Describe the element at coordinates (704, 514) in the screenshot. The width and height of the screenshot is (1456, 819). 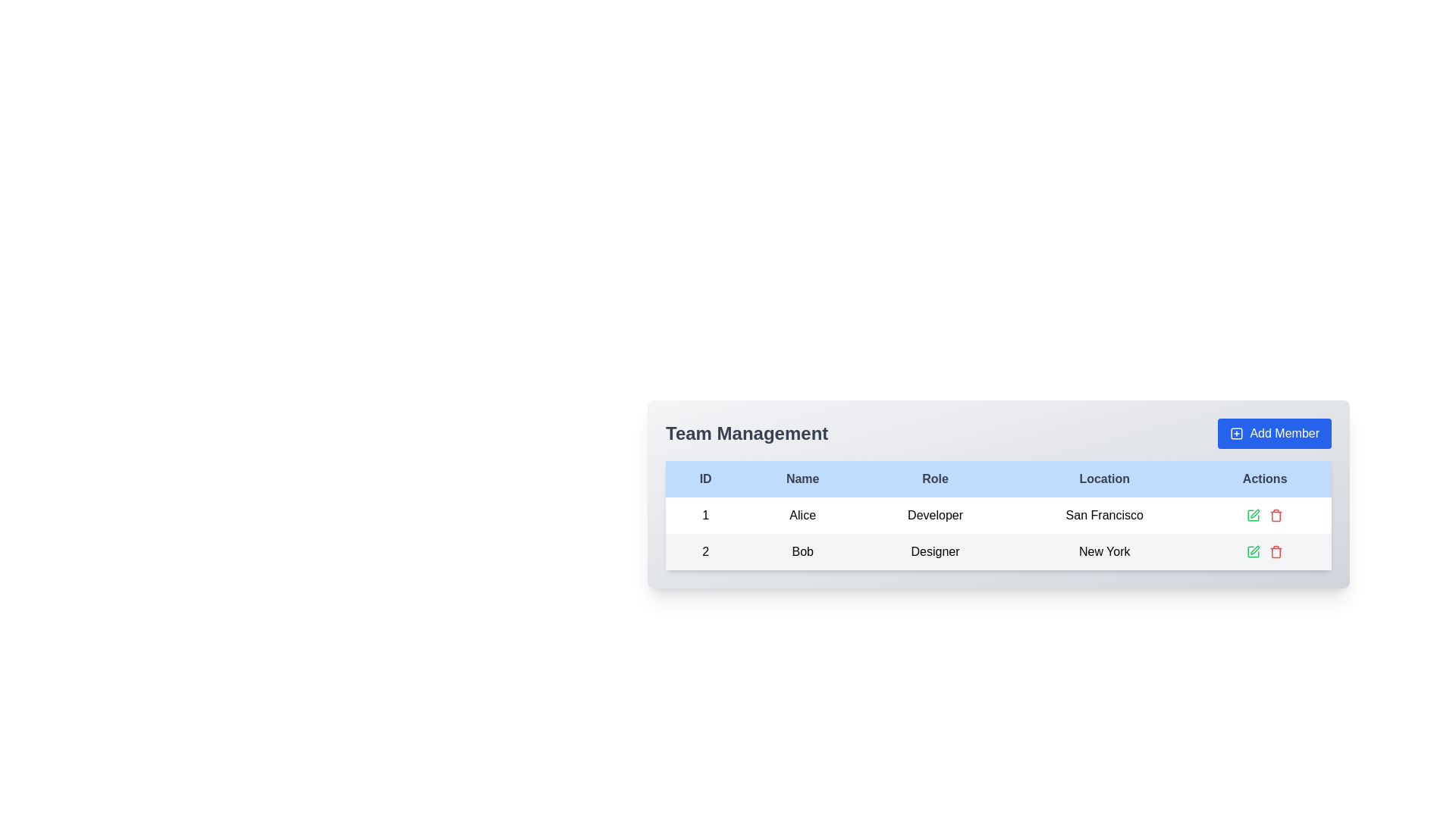
I see `the text label displaying the numeral '1' located in the first cell of the first row under the 'ID' column in the tabular interface` at that location.